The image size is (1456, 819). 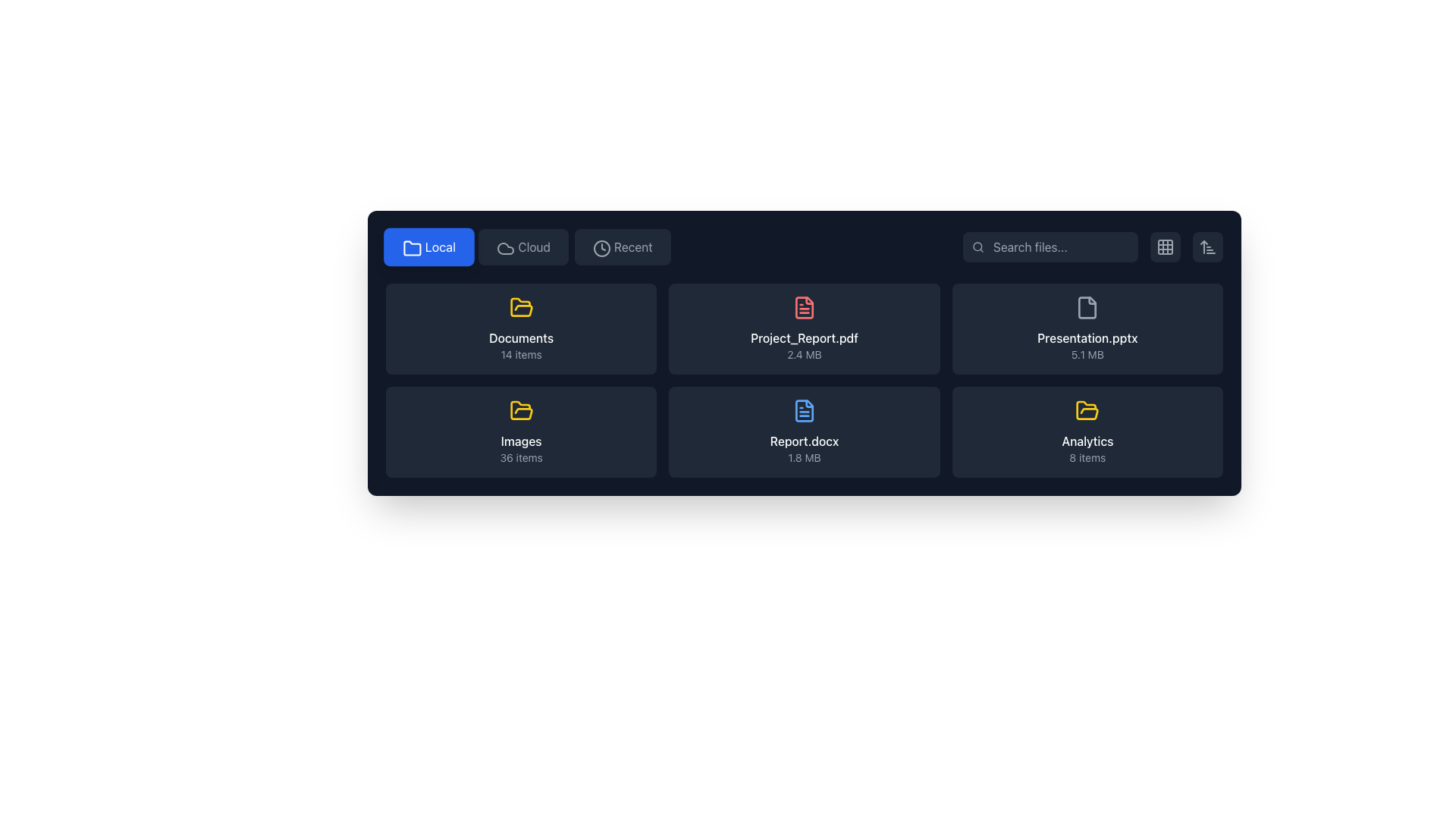 I want to click on the Text Label indicating the number of items associated with the 'Images' section, which is positioned directly beneath the 'Images' label, so click(x=521, y=457).